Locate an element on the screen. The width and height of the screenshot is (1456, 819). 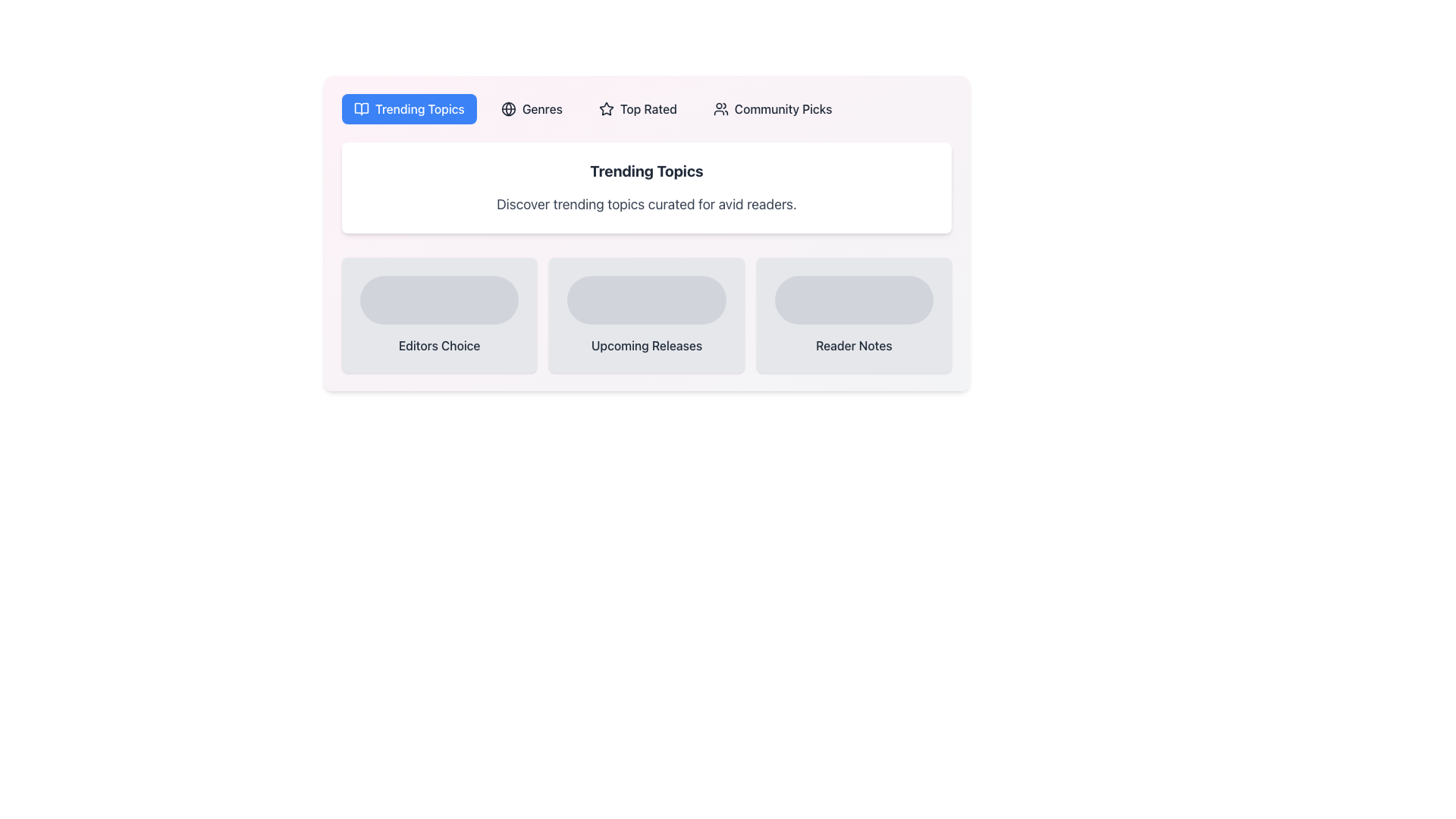
the static text element displaying 'Reader Notes' in bold format, located in the lower-right section of the interface, below a rounded rectangle is located at coordinates (854, 345).